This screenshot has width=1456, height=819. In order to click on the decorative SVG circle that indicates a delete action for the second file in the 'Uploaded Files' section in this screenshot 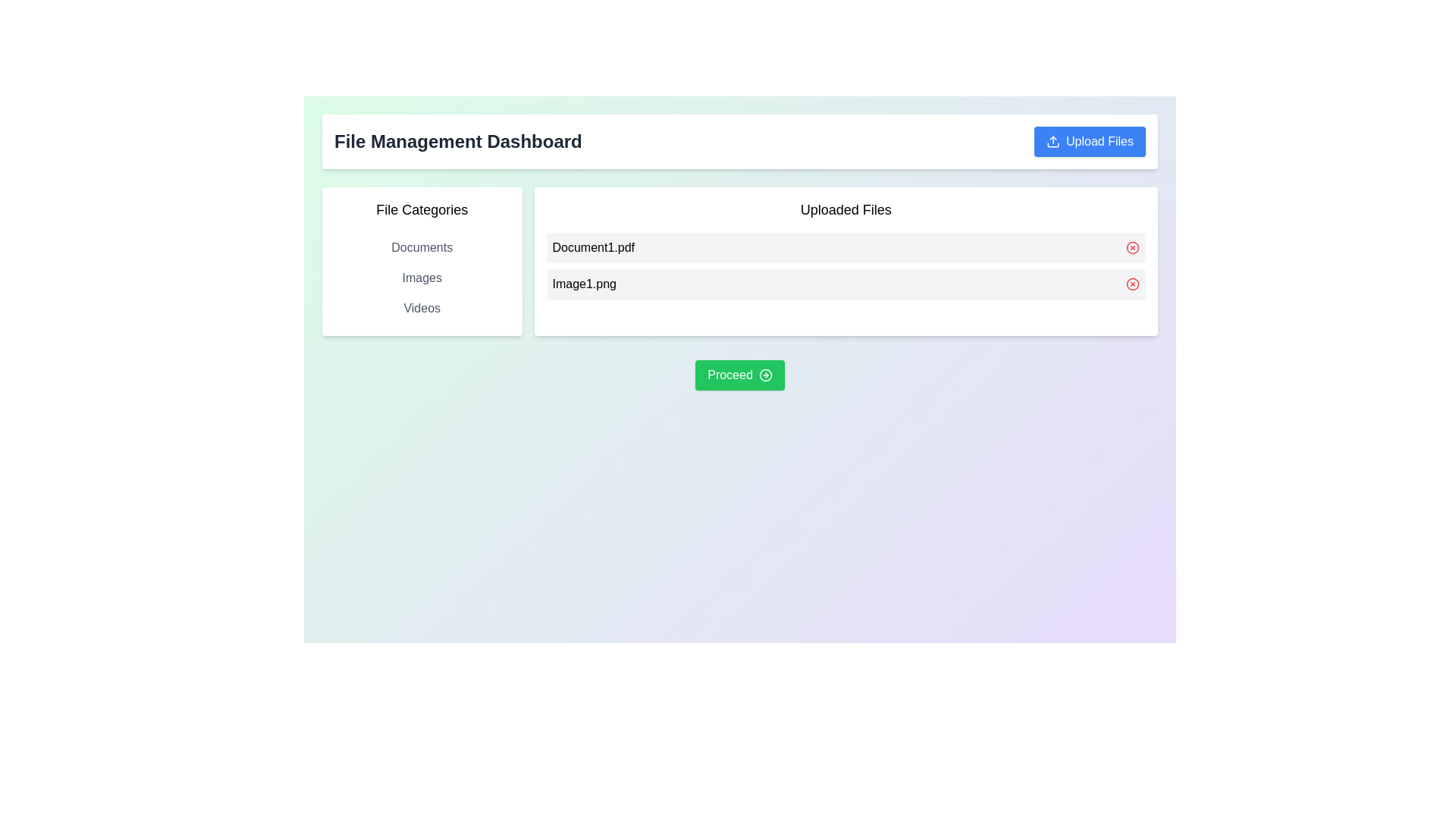, I will do `click(1132, 284)`.